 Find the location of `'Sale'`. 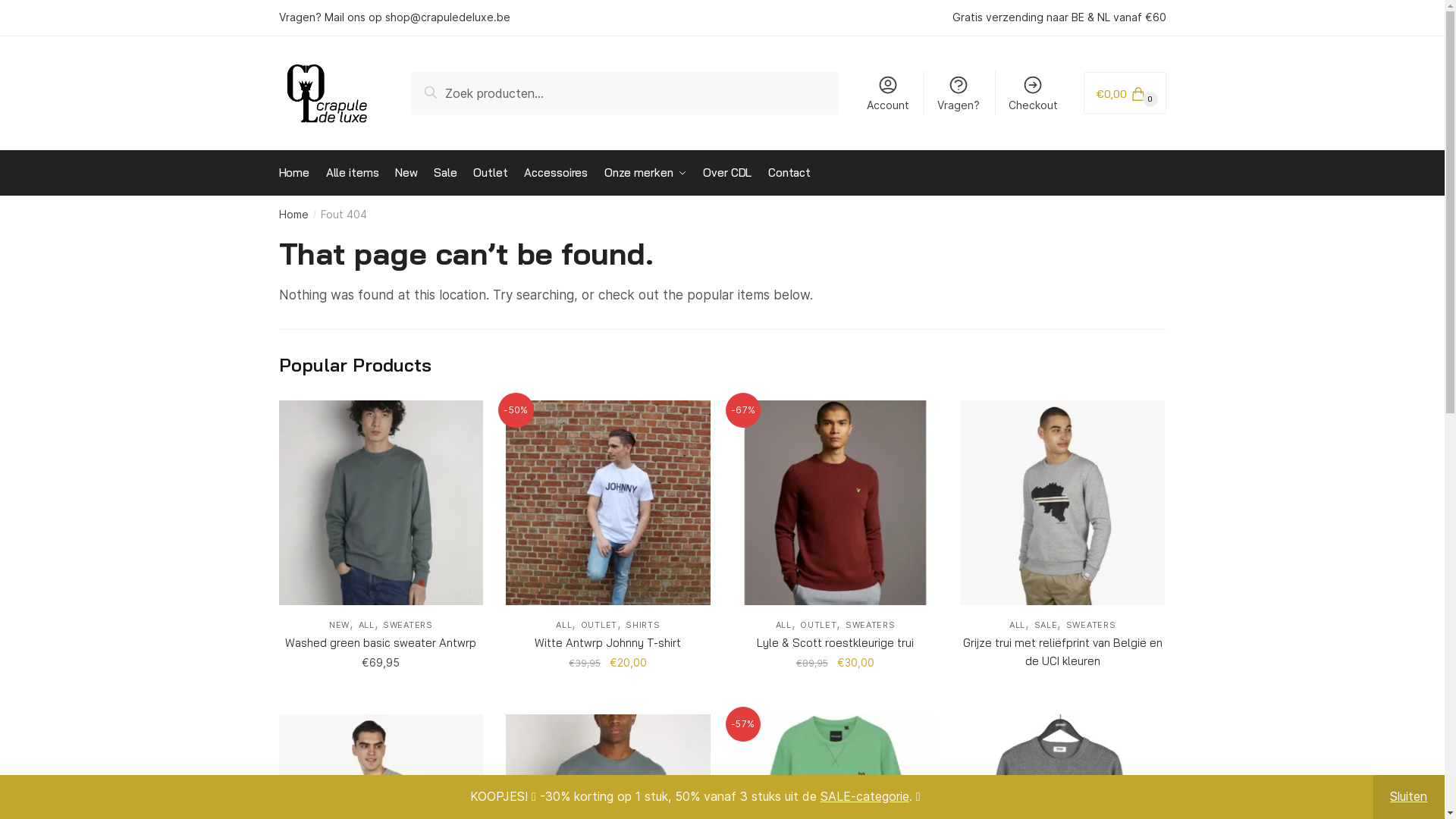

'Sale' is located at coordinates (445, 171).